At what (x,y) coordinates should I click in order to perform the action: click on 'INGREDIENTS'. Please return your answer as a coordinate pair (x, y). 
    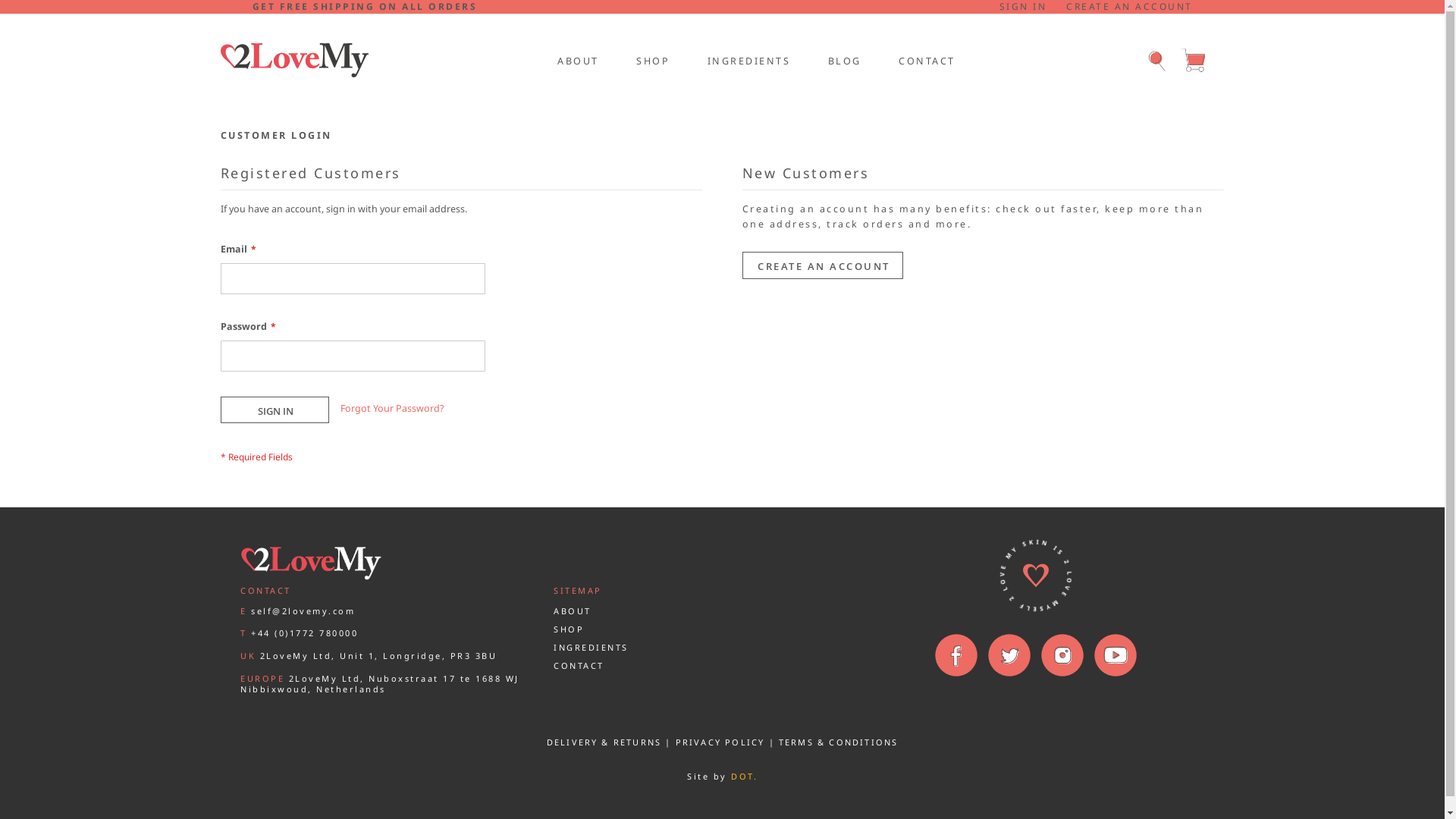
    Looking at the image, I should click on (746, 58).